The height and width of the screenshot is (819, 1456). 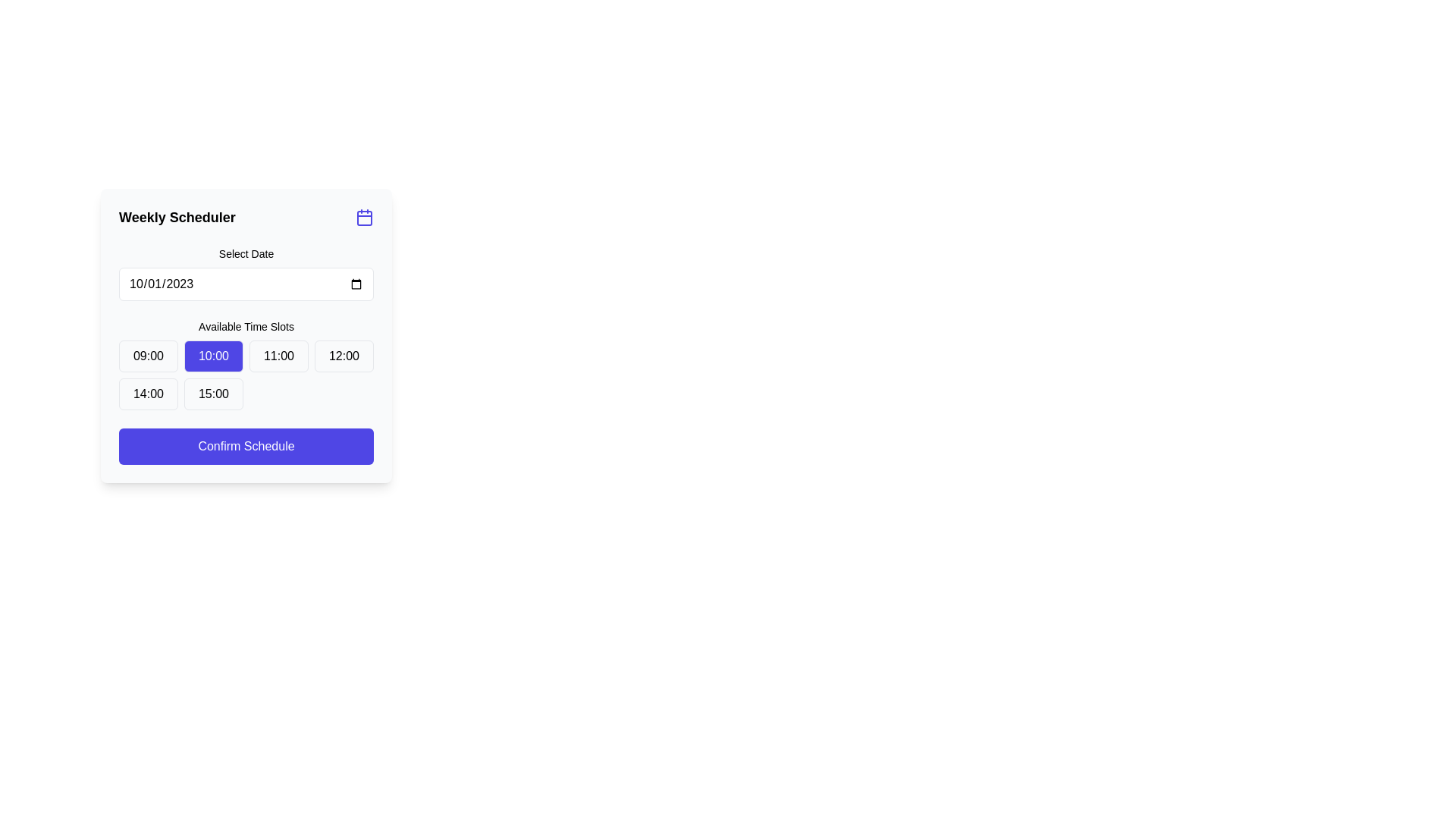 What do you see at coordinates (246, 326) in the screenshot?
I see `the text label 'Available Time Slots' which is prominently displayed as a section header above the grid of time slot options` at bounding box center [246, 326].